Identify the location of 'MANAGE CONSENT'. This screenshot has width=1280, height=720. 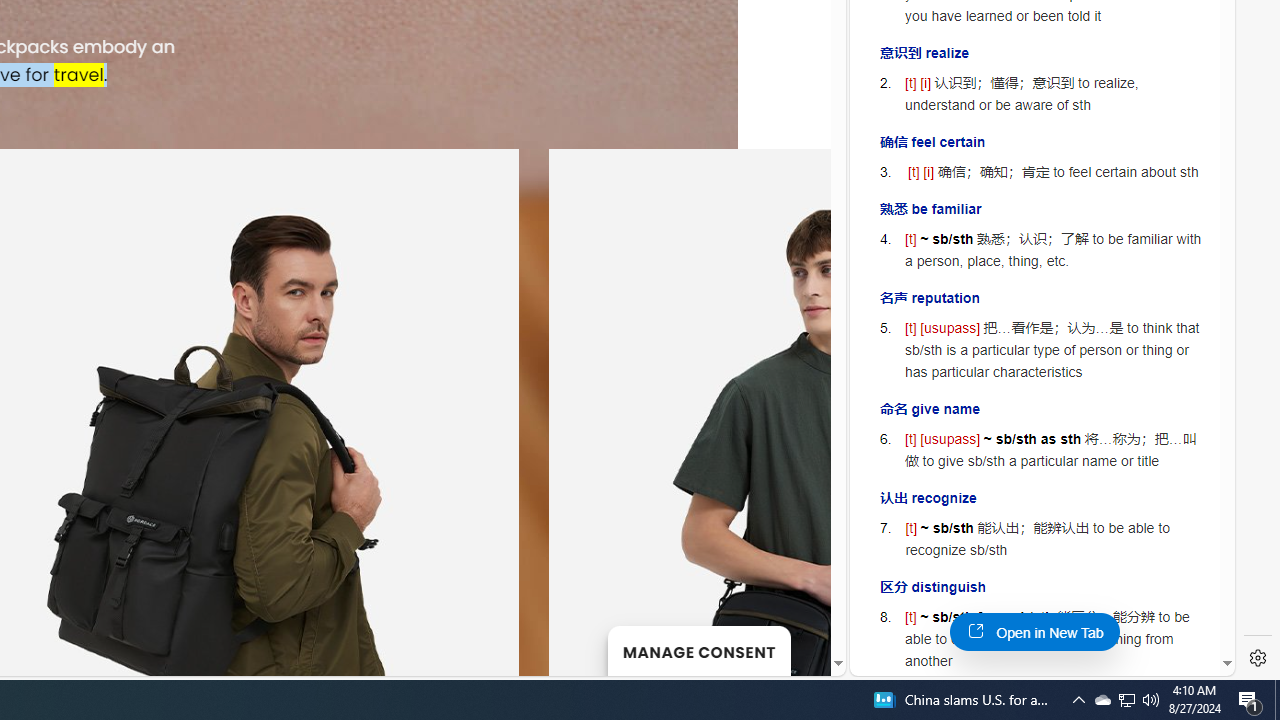
(698, 650).